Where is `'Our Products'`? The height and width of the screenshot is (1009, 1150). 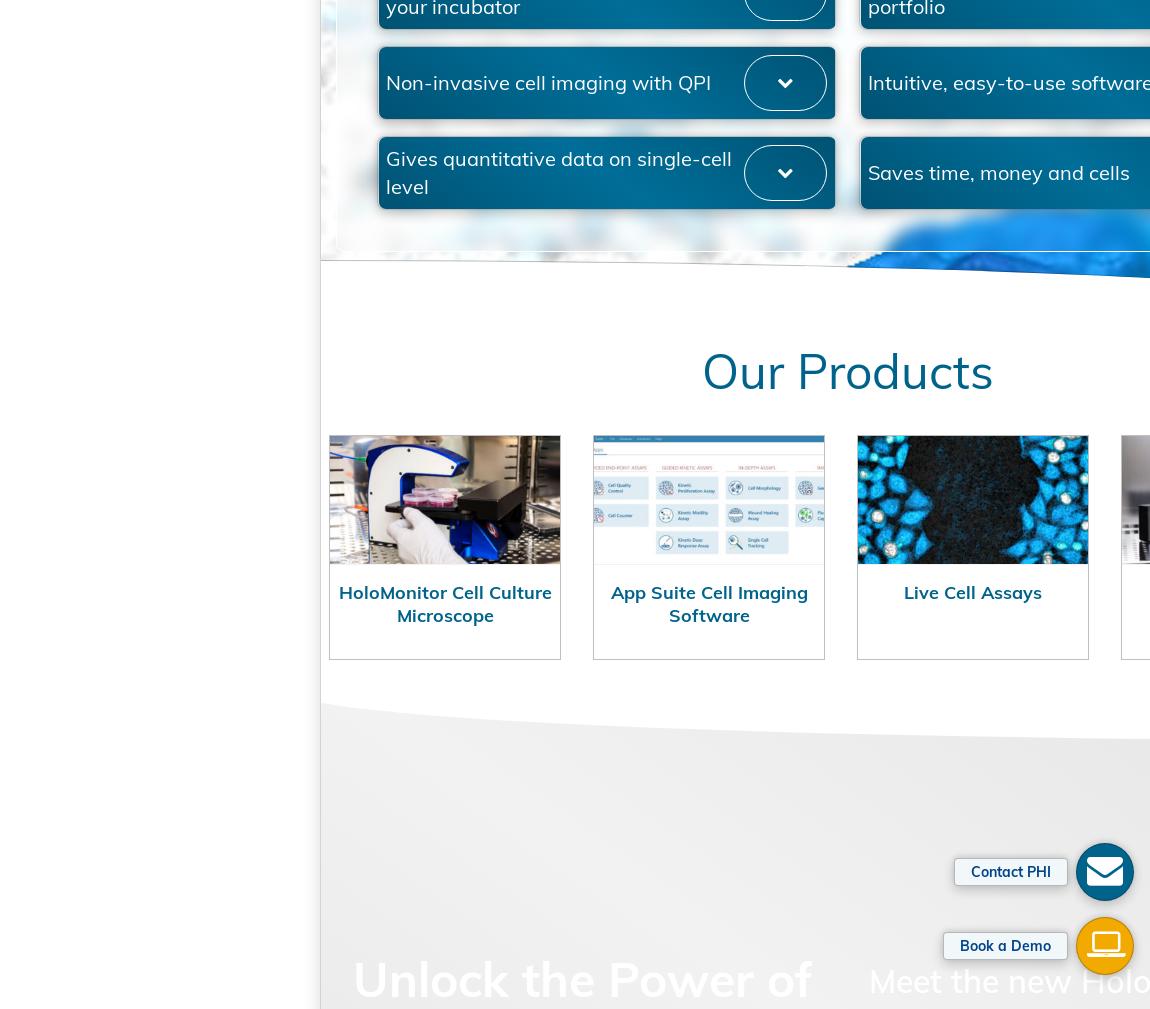 'Our Products' is located at coordinates (733, 473).